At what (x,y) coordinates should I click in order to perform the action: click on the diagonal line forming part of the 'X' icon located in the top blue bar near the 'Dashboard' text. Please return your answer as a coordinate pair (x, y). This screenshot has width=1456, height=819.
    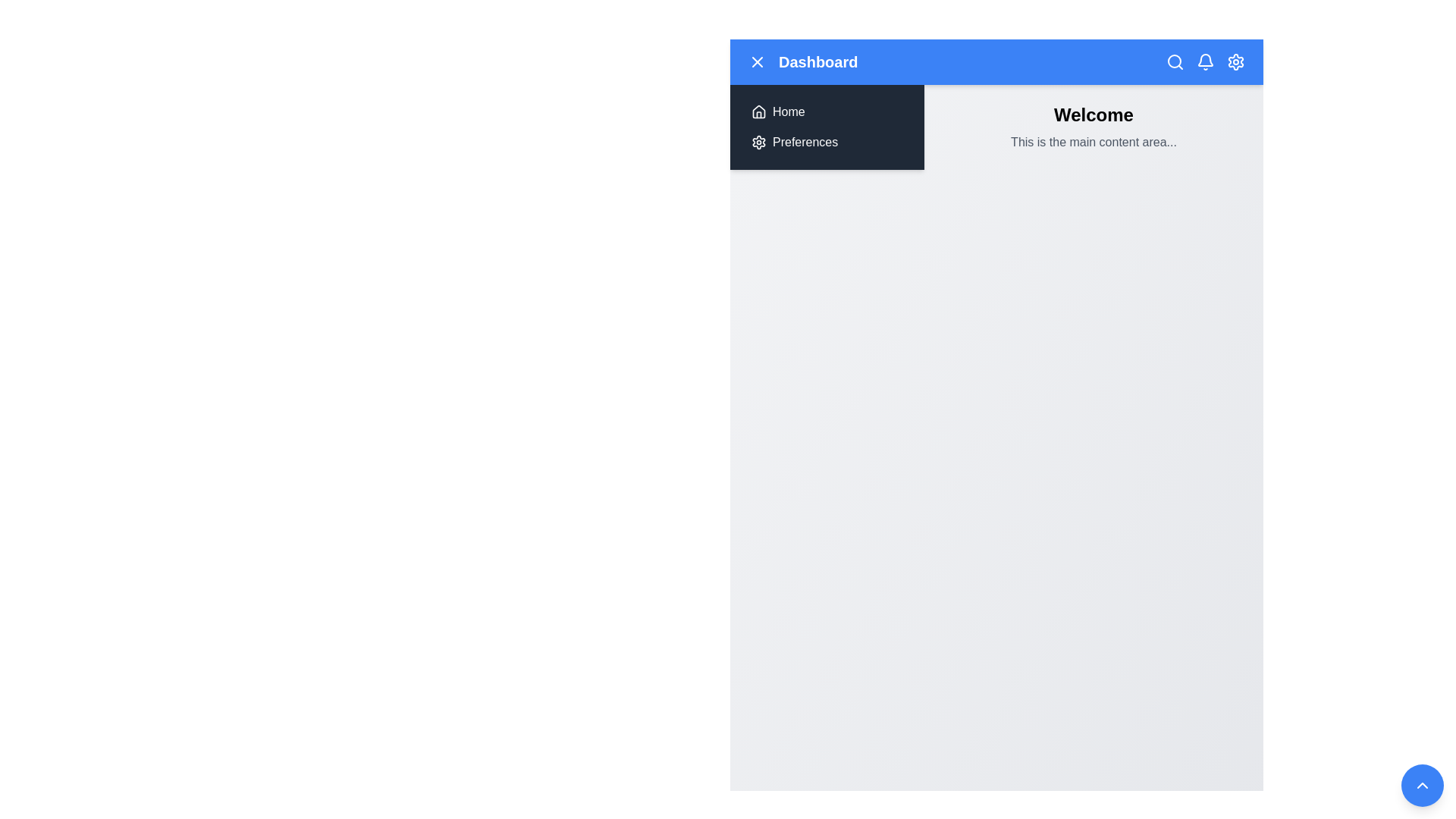
    Looking at the image, I should click on (757, 61).